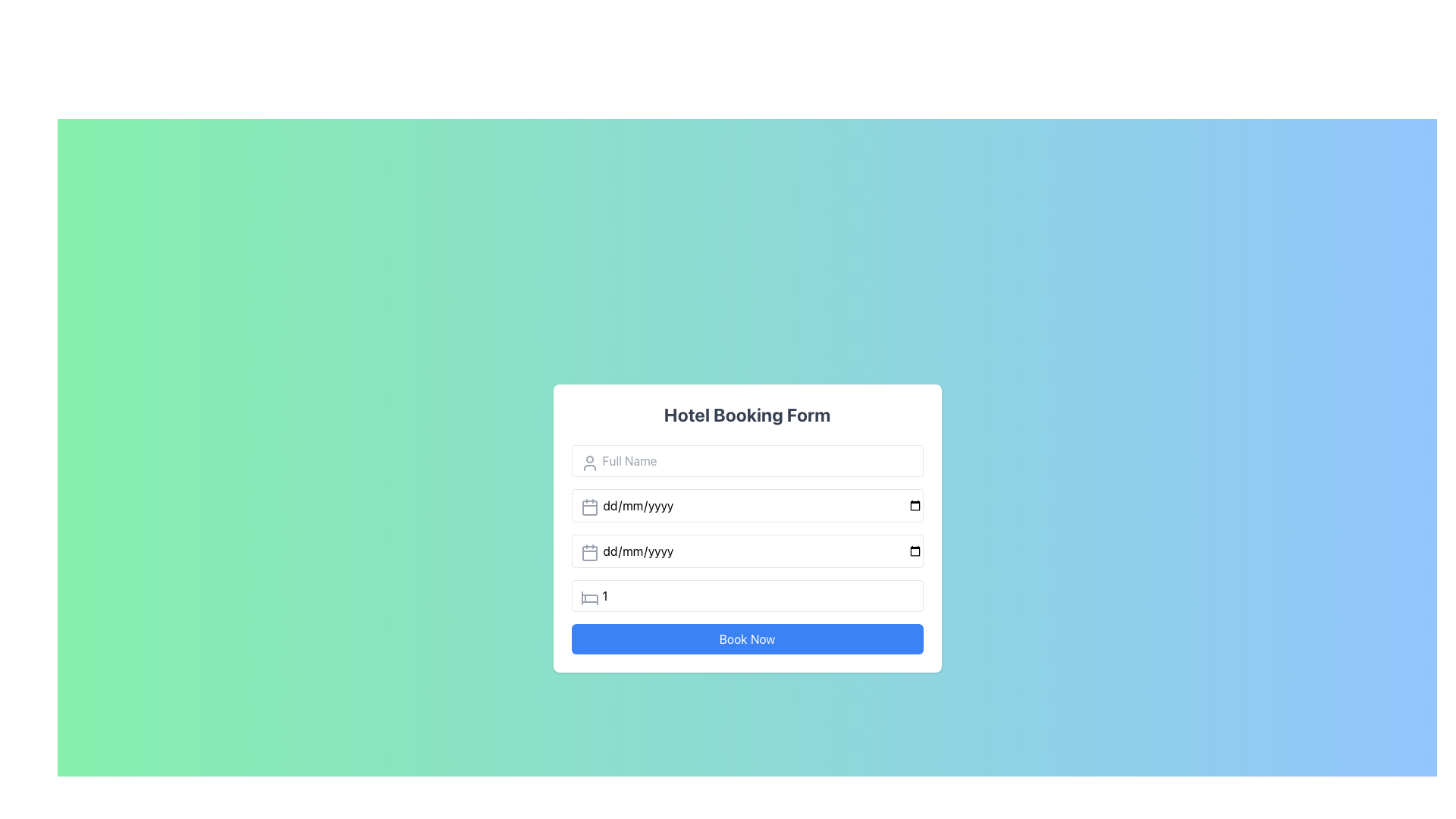 The image size is (1456, 819). What do you see at coordinates (588, 598) in the screenshot?
I see `the second horizontal line with rounded ends, which is part of a vector graphic icon, located horizontally centered within the form area of the webpage` at bounding box center [588, 598].